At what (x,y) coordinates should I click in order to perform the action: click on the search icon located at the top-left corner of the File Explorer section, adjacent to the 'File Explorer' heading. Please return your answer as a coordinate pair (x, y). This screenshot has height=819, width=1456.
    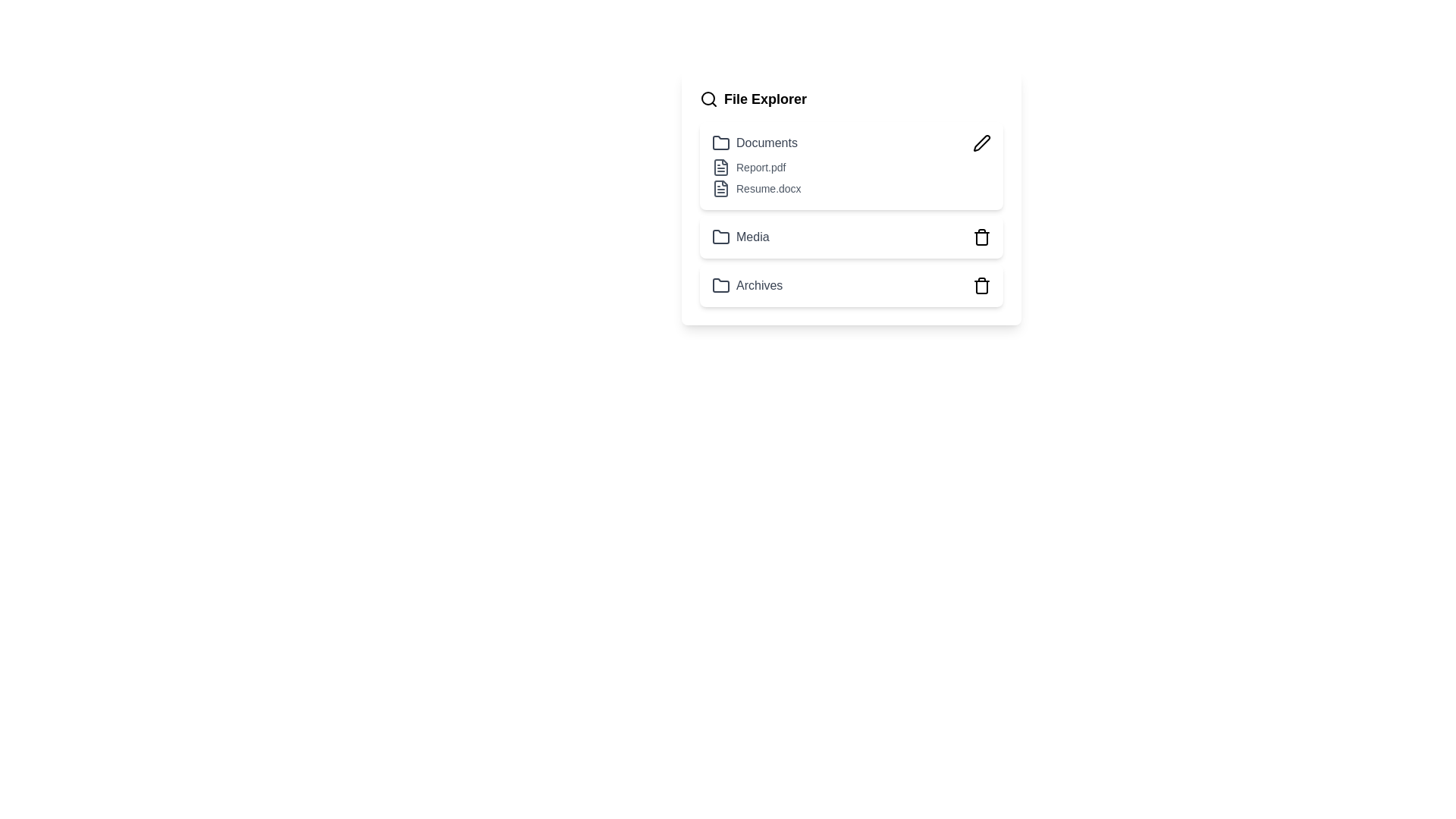
    Looking at the image, I should click on (708, 99).